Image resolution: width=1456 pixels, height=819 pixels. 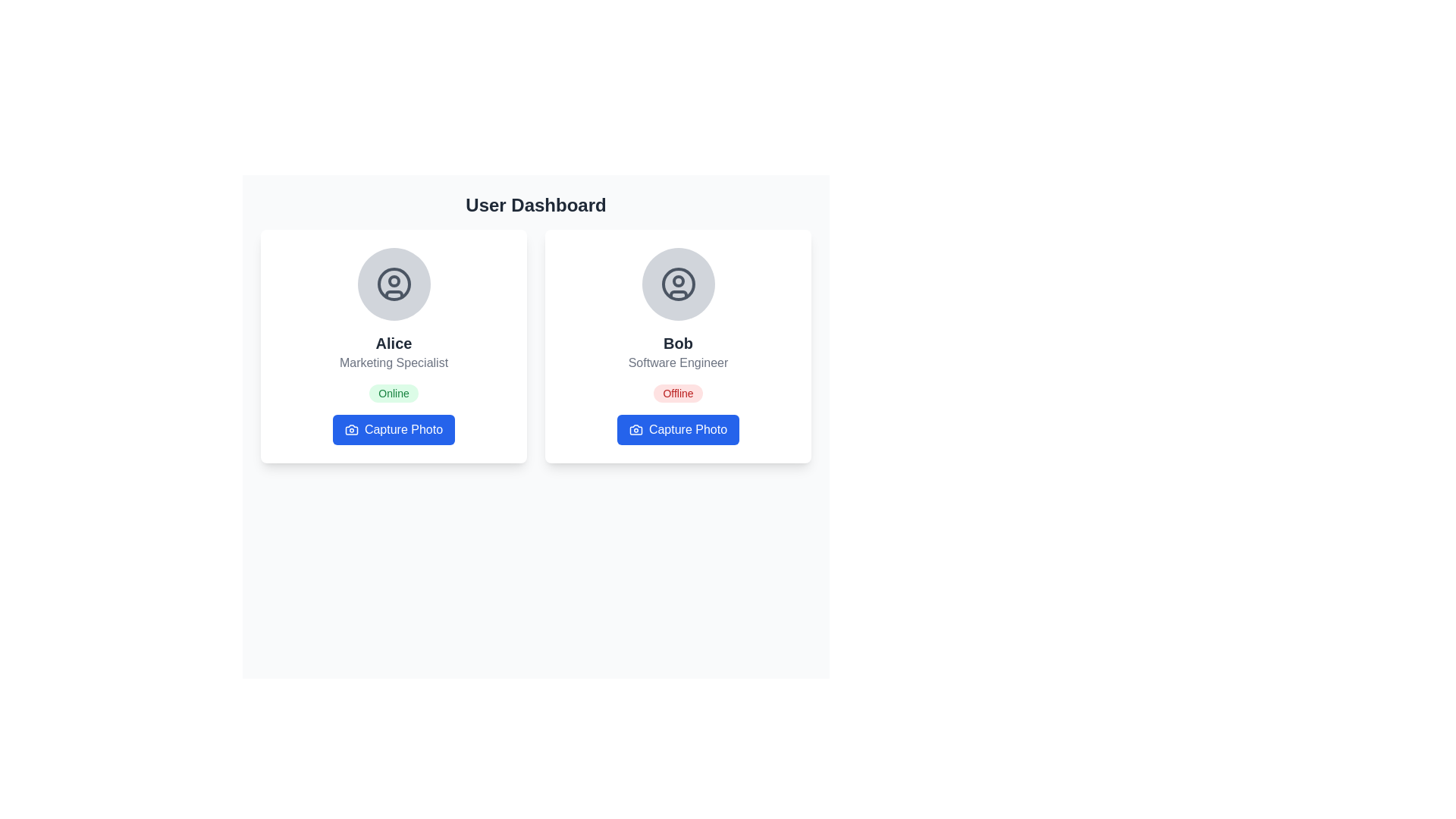 I want to click on the status badge labeled 'Offline' with a red background located below the 'Software Engineer' title for user 'Bob', positioned above the 'Capture Photo' button, so click(x=677, y=393).